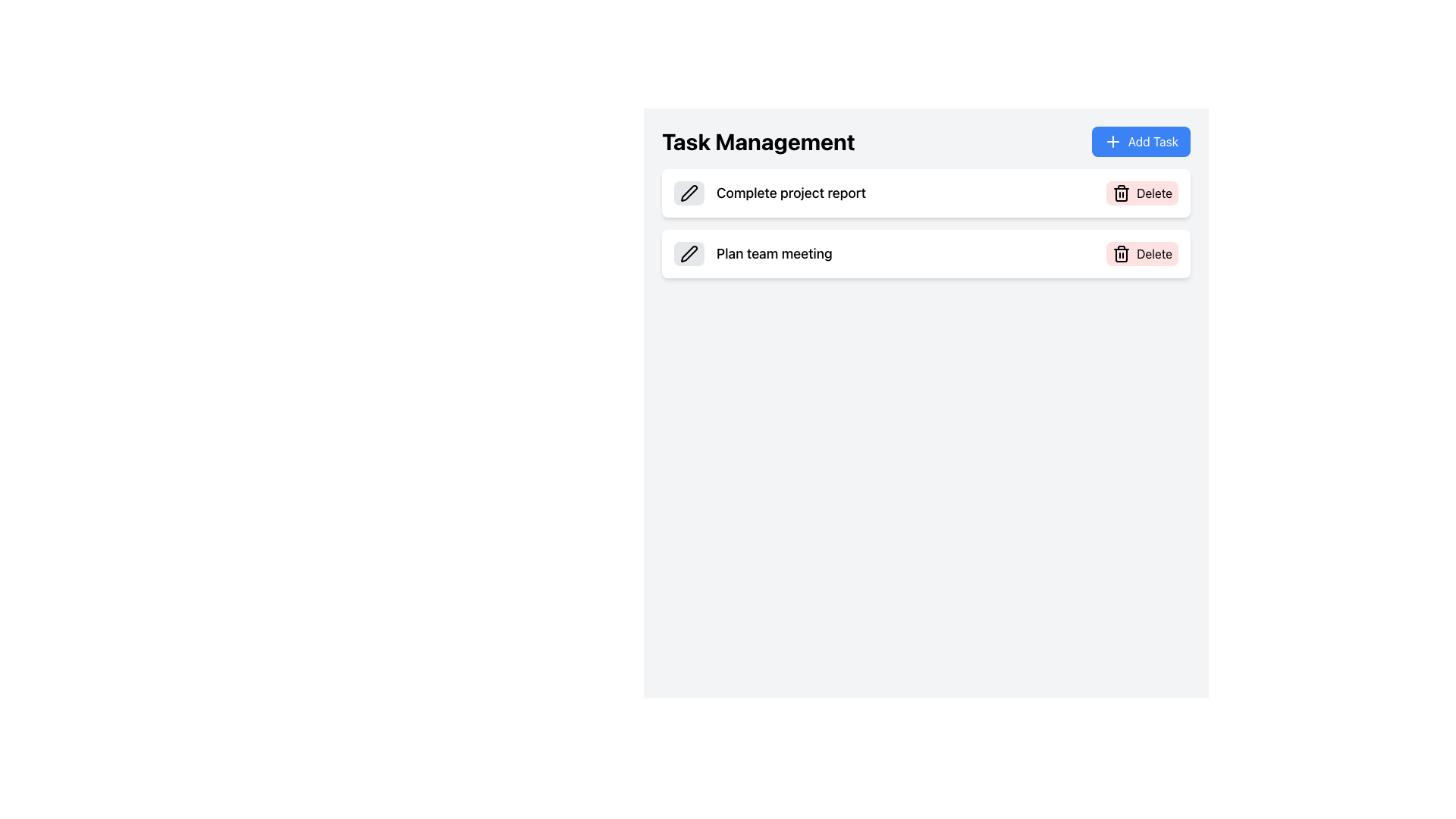 Image resolution: width=1456 pixels, height=819 pixels. Describe the element at coordinates (688, 192) in the screenshot. I see `the pen icon in the second task row of the task list, located to the left of the text 'Plan team meeting'` at that location.